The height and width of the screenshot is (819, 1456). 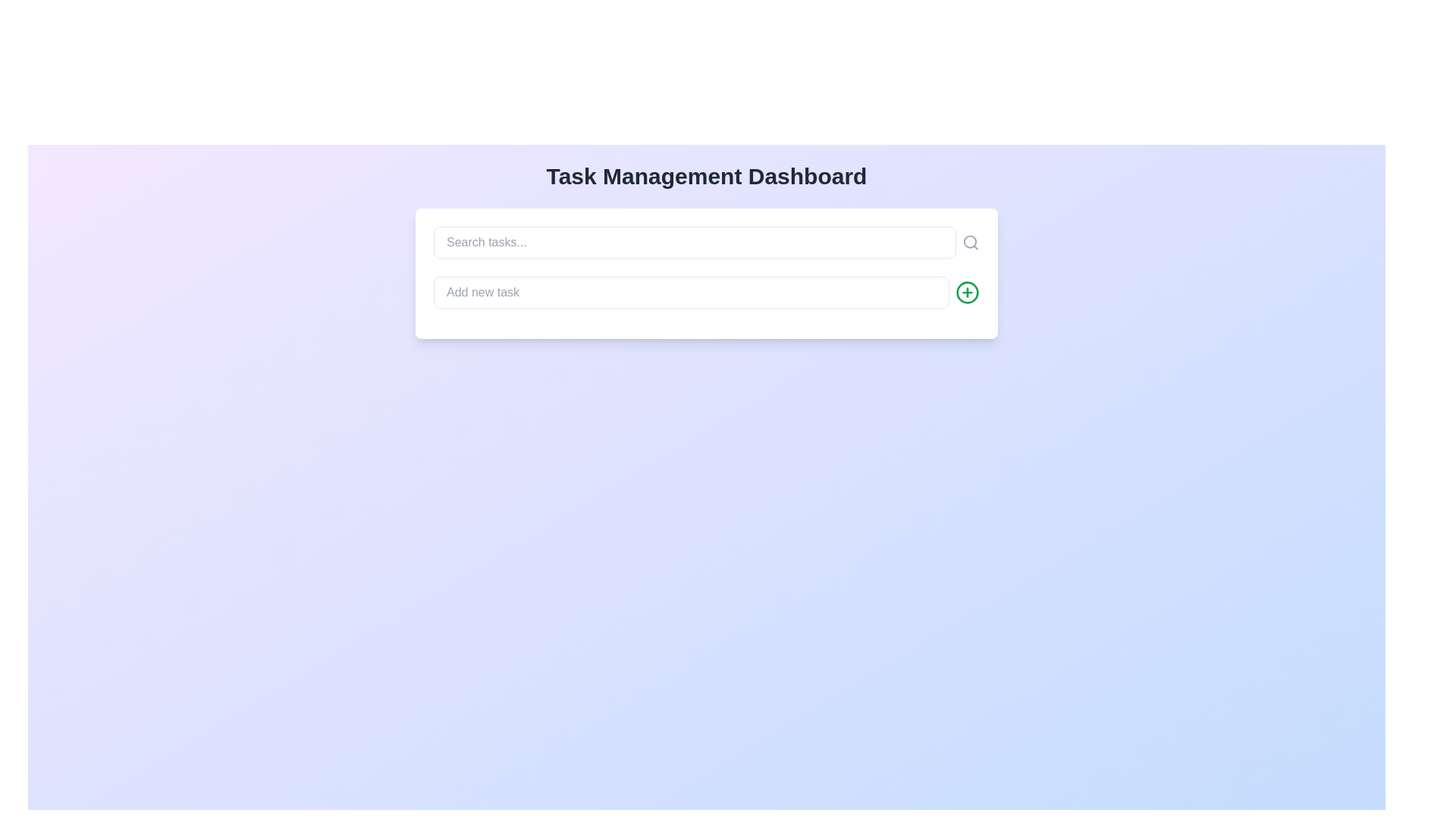 What do you see at coordinates (971, 242) in the screenshot?
I see `the gray magnifying glass icon, which is located to the right of the 'Search tasks...' input field, to possibly reveal additional tooltips or effects` at bounding box center [971, 242].